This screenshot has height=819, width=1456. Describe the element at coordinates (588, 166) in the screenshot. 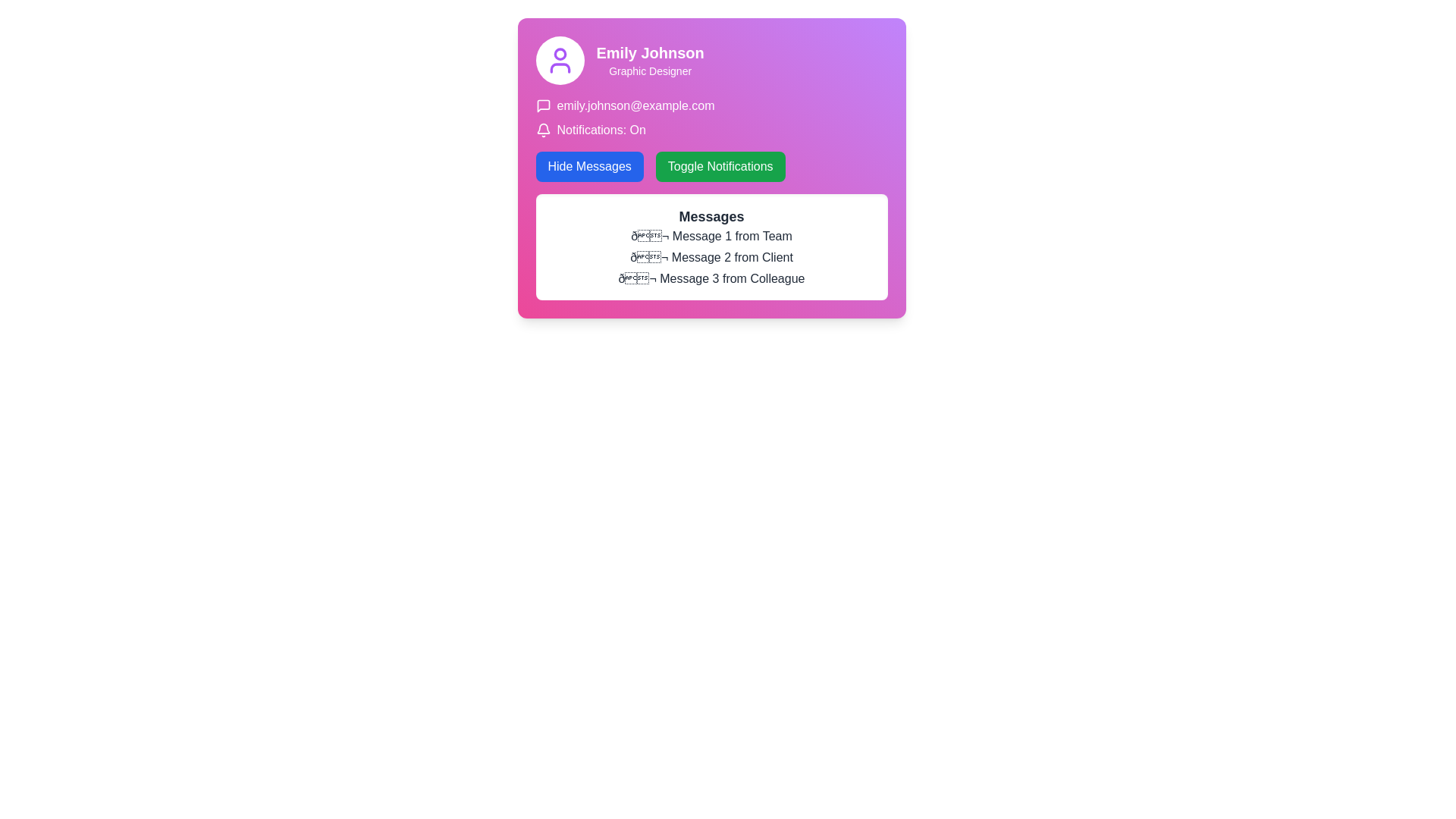

I see `the 'Hide Messages' button` at that location.